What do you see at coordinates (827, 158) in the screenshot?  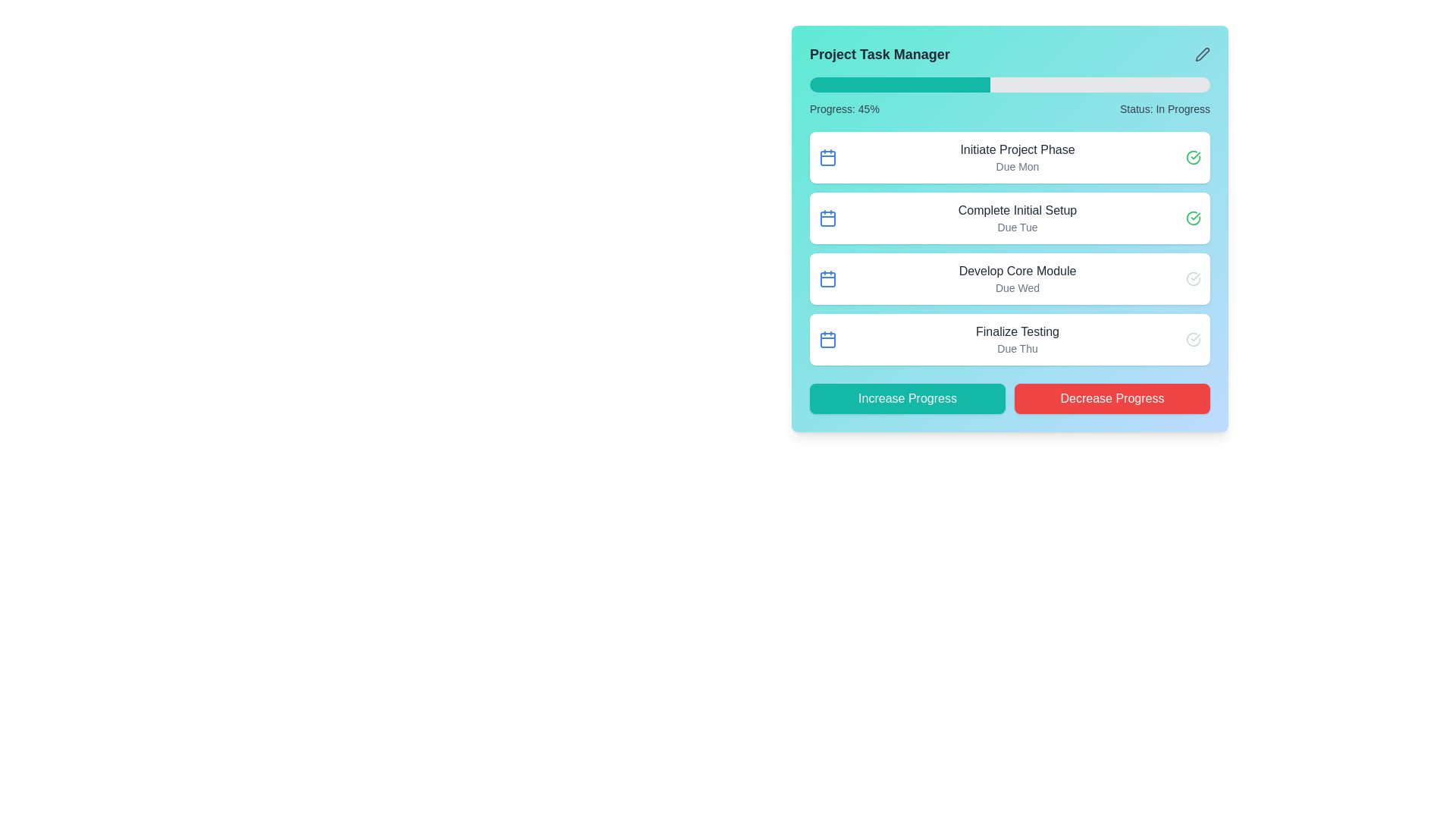 I see `the calendar icon located at the top left corner of the first task card labeled 'Initiate Project Phase' which indicates a time-sensitive task` at bounding box center [827, 158].